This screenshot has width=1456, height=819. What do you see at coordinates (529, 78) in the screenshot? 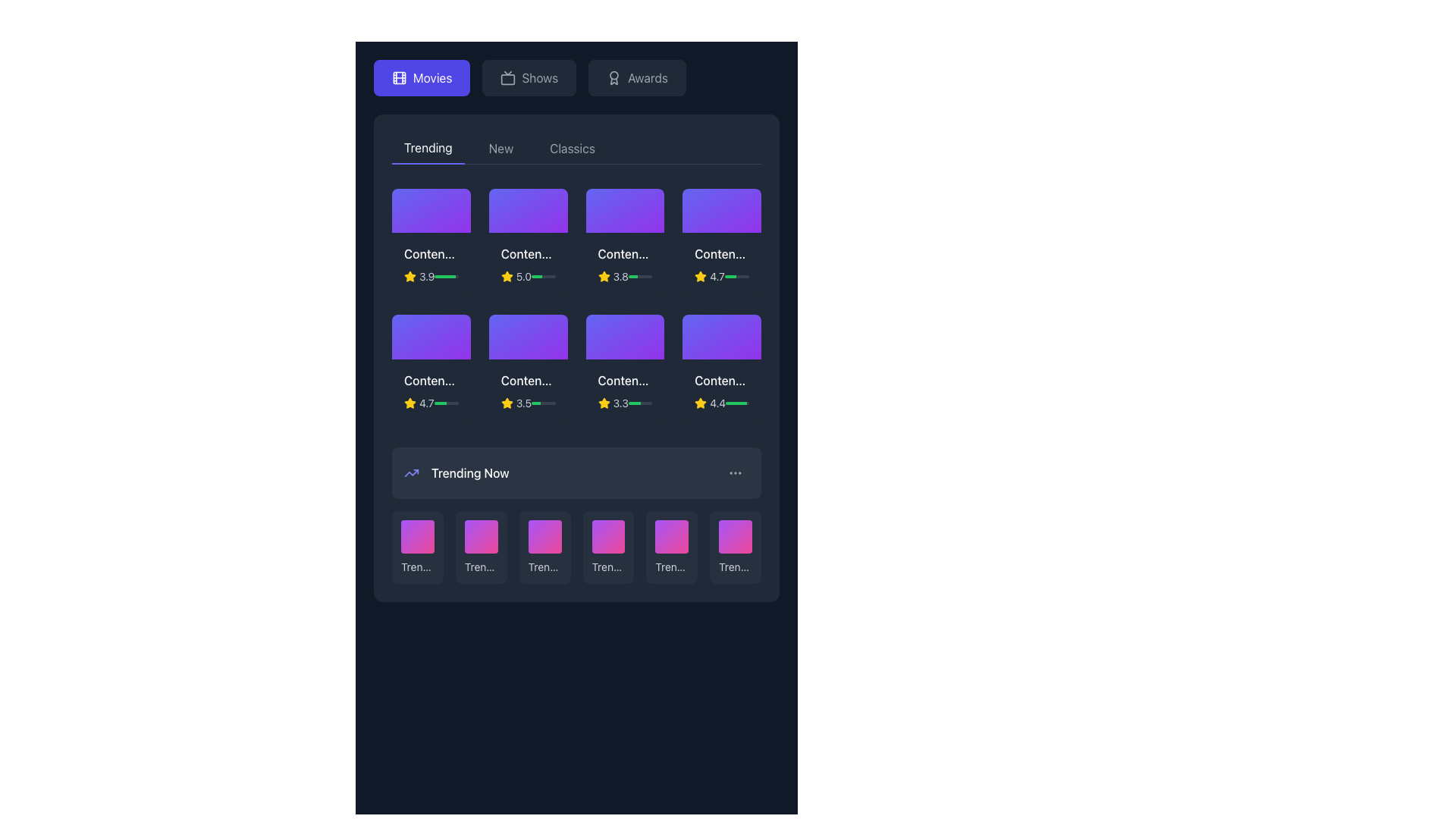
I see `the rectangular button with rounded corners labeled 'Shows', which is located between the 'Movies' and 'Awards' buttons` at bounding box center [529, 78].